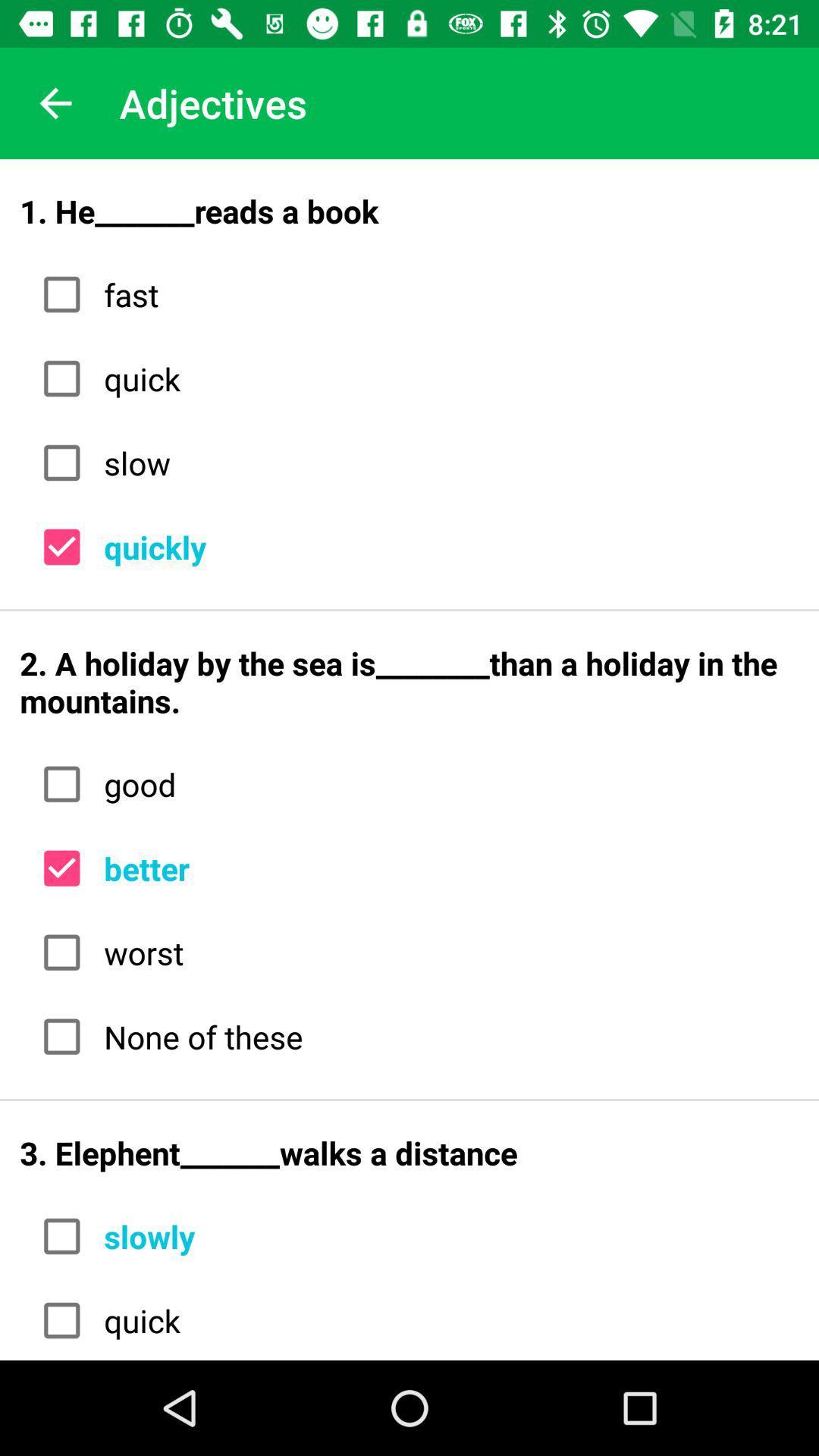 This screenshot has height=1456, width=819. Describe the element at coordinates (445, 784) in the screenshot. I see `the icon above the better icon` at that location.